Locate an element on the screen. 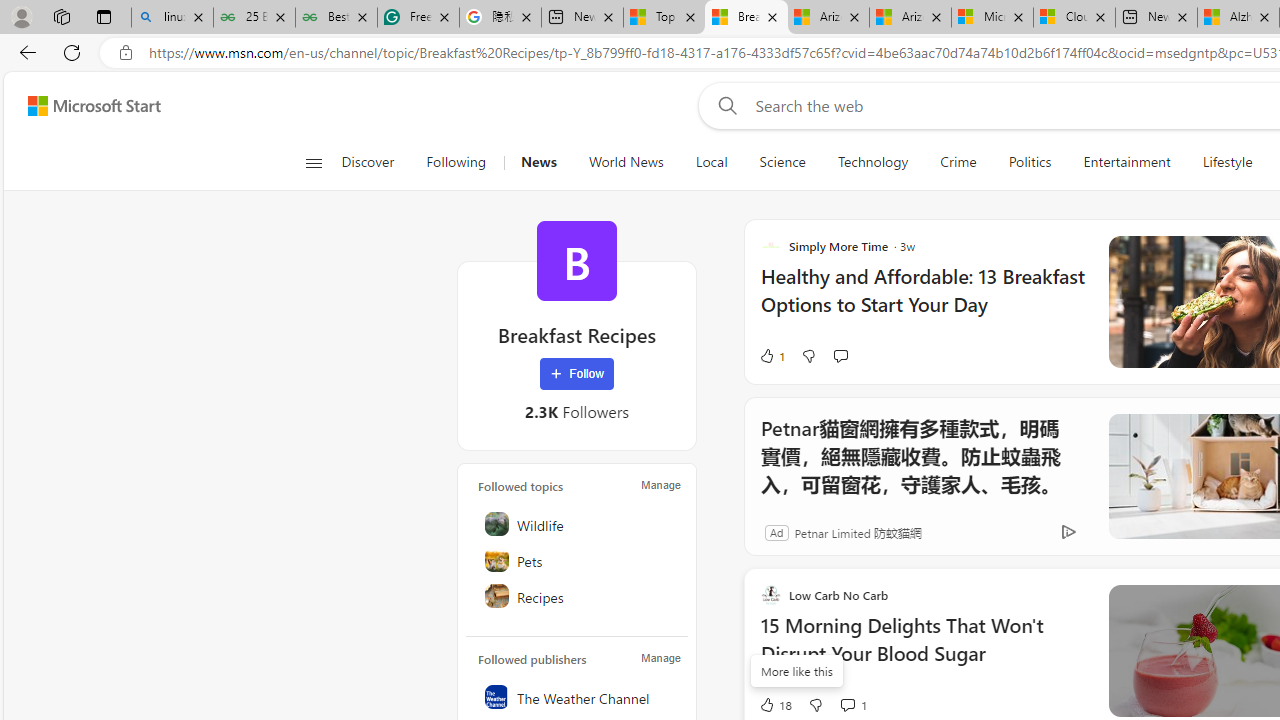 Image resolution: width=1280 pixels, height=720 pixels. 'Politics' is located at coordinates (1029, 162).